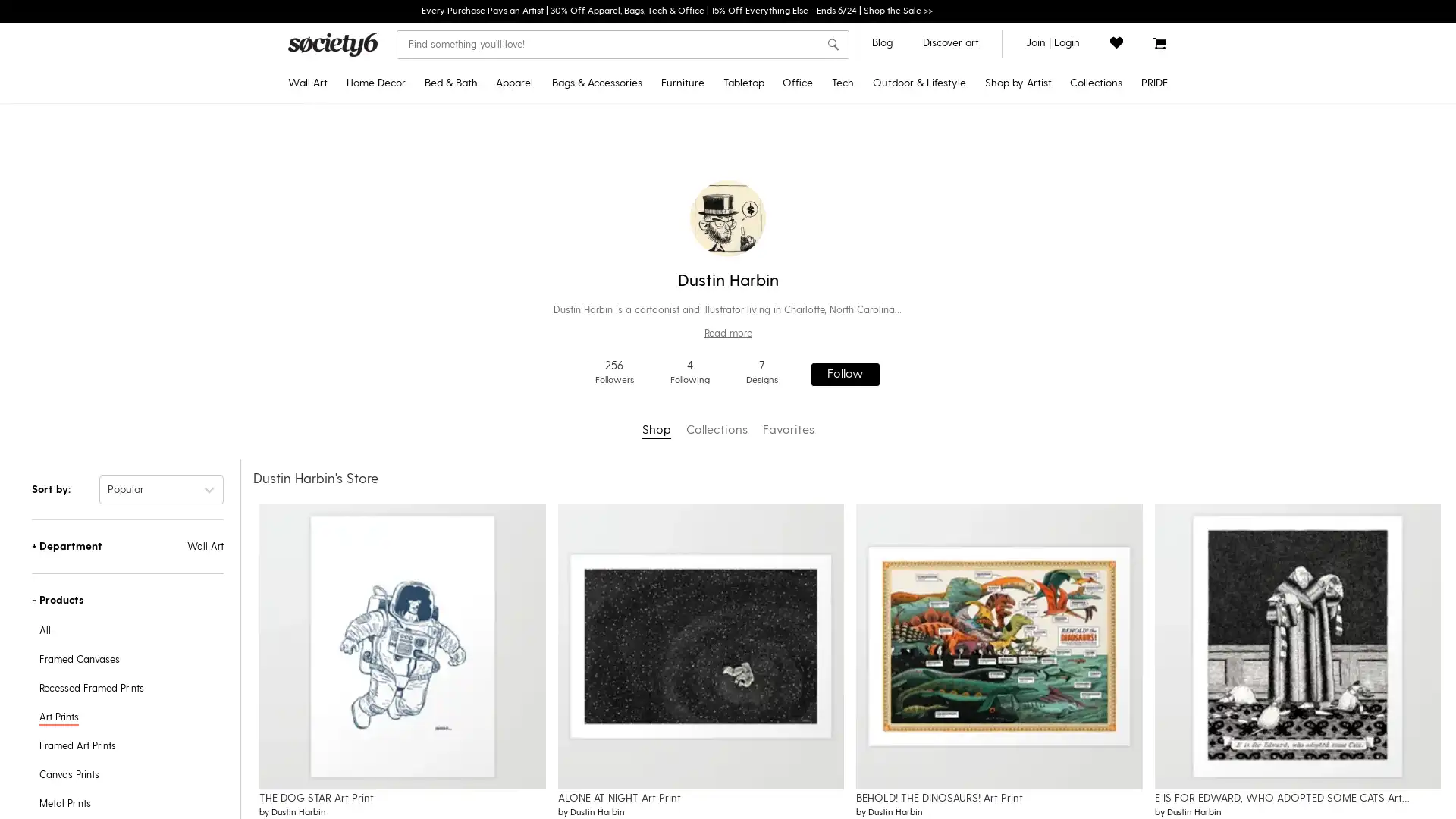 Image resolution: width=1456 pixels, height=819 pixels. I want to click on Laptop Stickers, so click(835, 366).